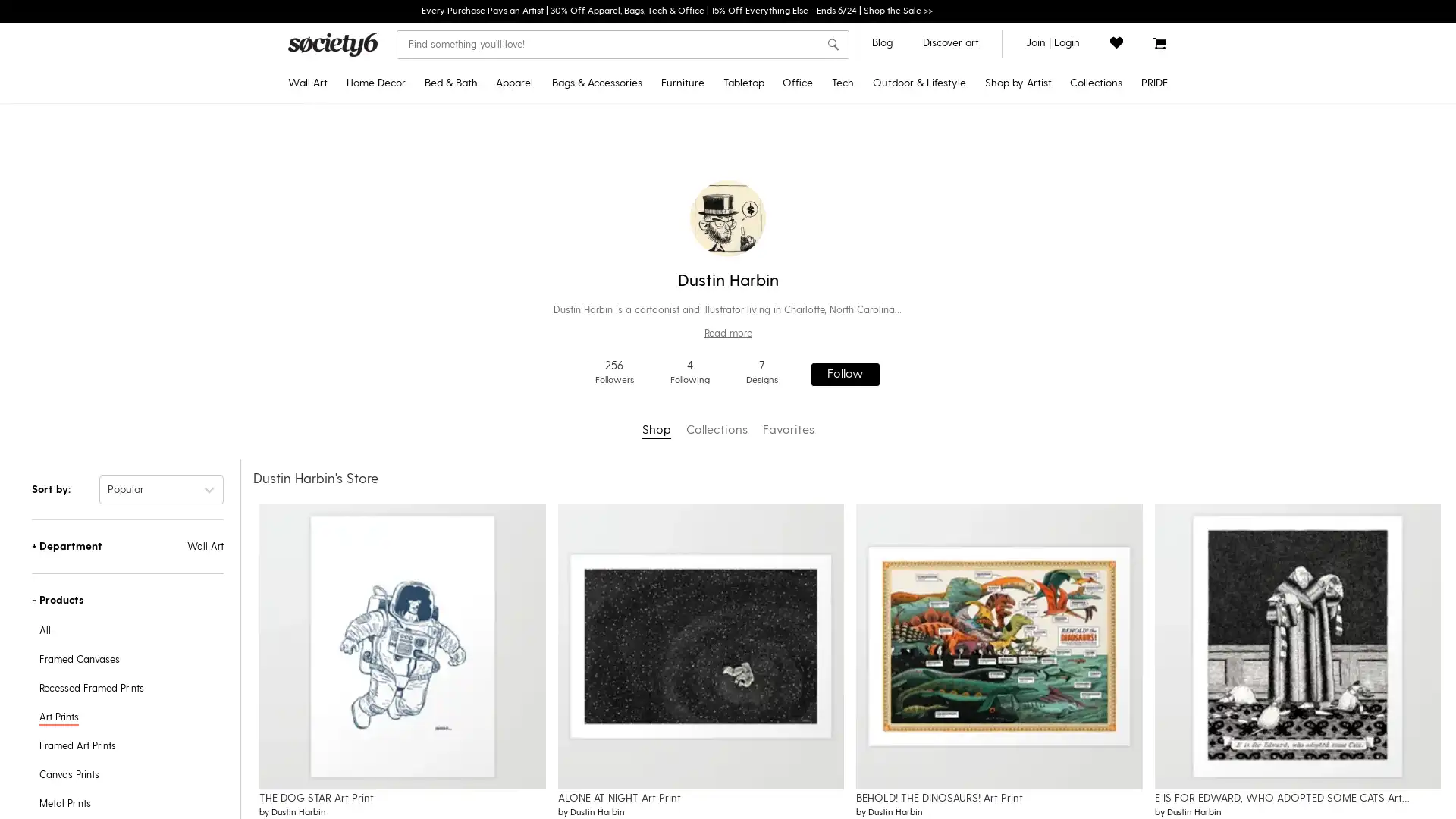 Image resolution: width=1456 pixels, height=819 pixels. I want to click on Laptop Stickers, so click(835, 366).